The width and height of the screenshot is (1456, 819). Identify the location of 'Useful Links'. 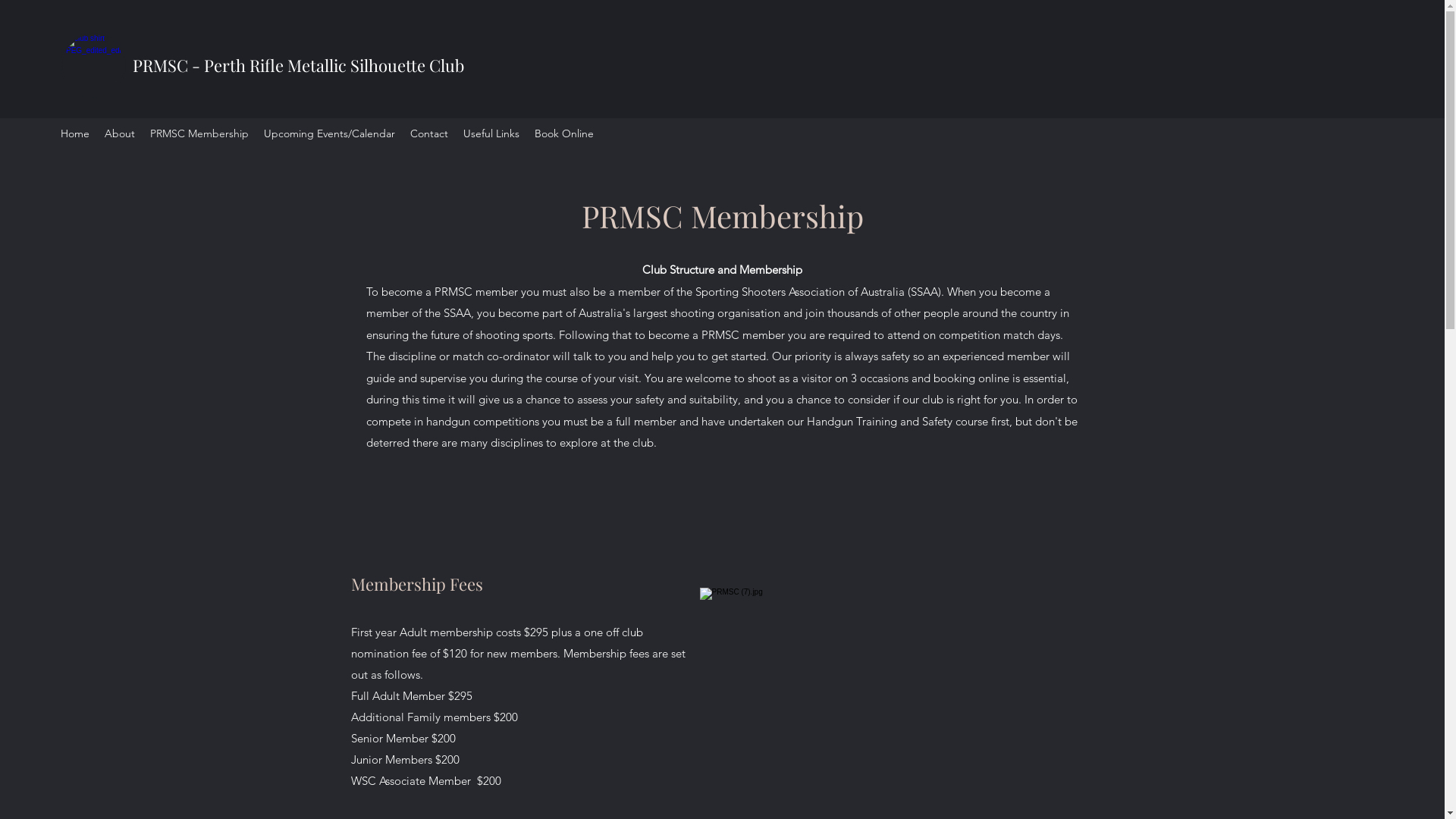
(491, 133).